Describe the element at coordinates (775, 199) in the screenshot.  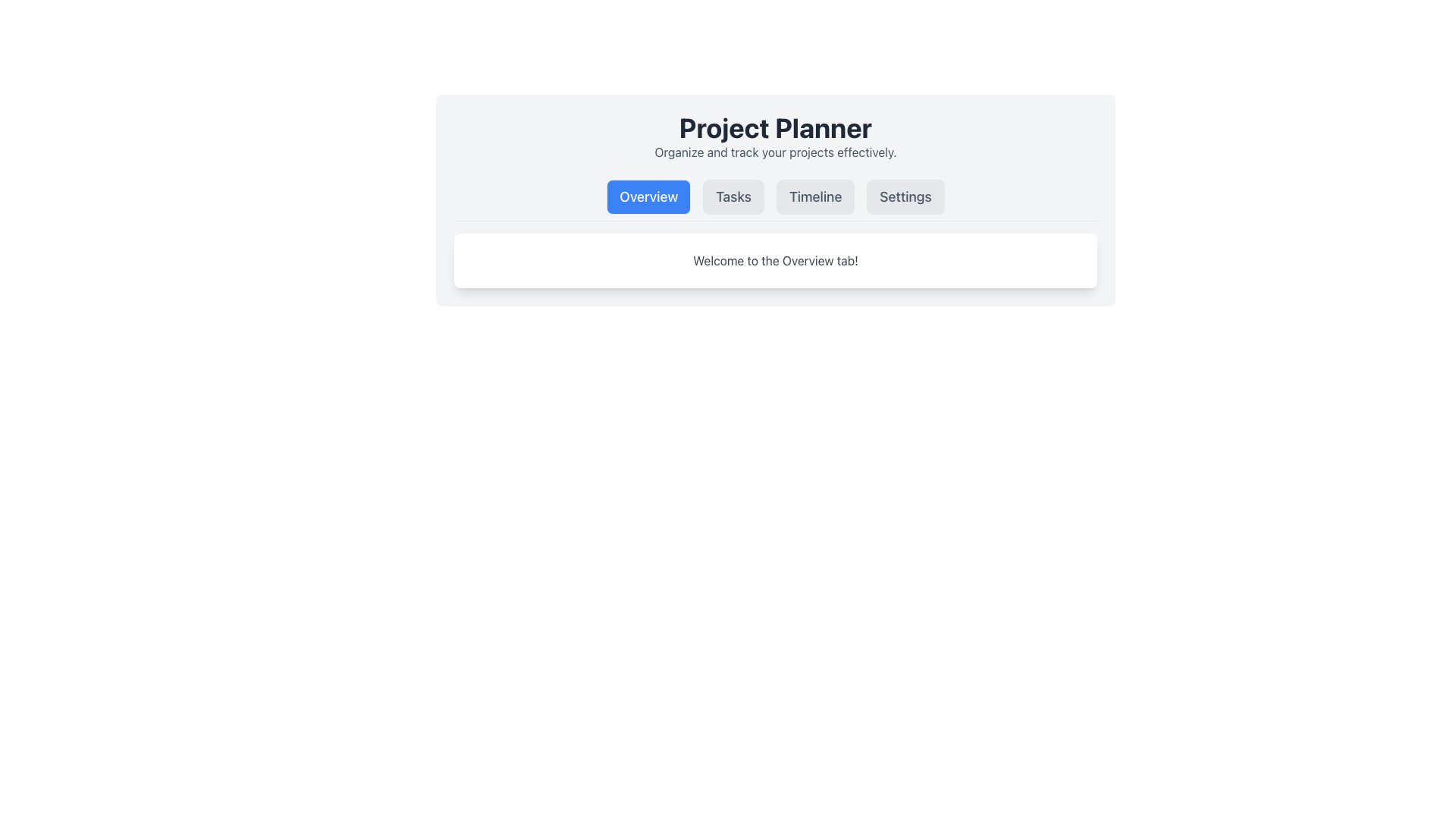
I see `the navigation buttons in the 'Project Planner' component` at that location.